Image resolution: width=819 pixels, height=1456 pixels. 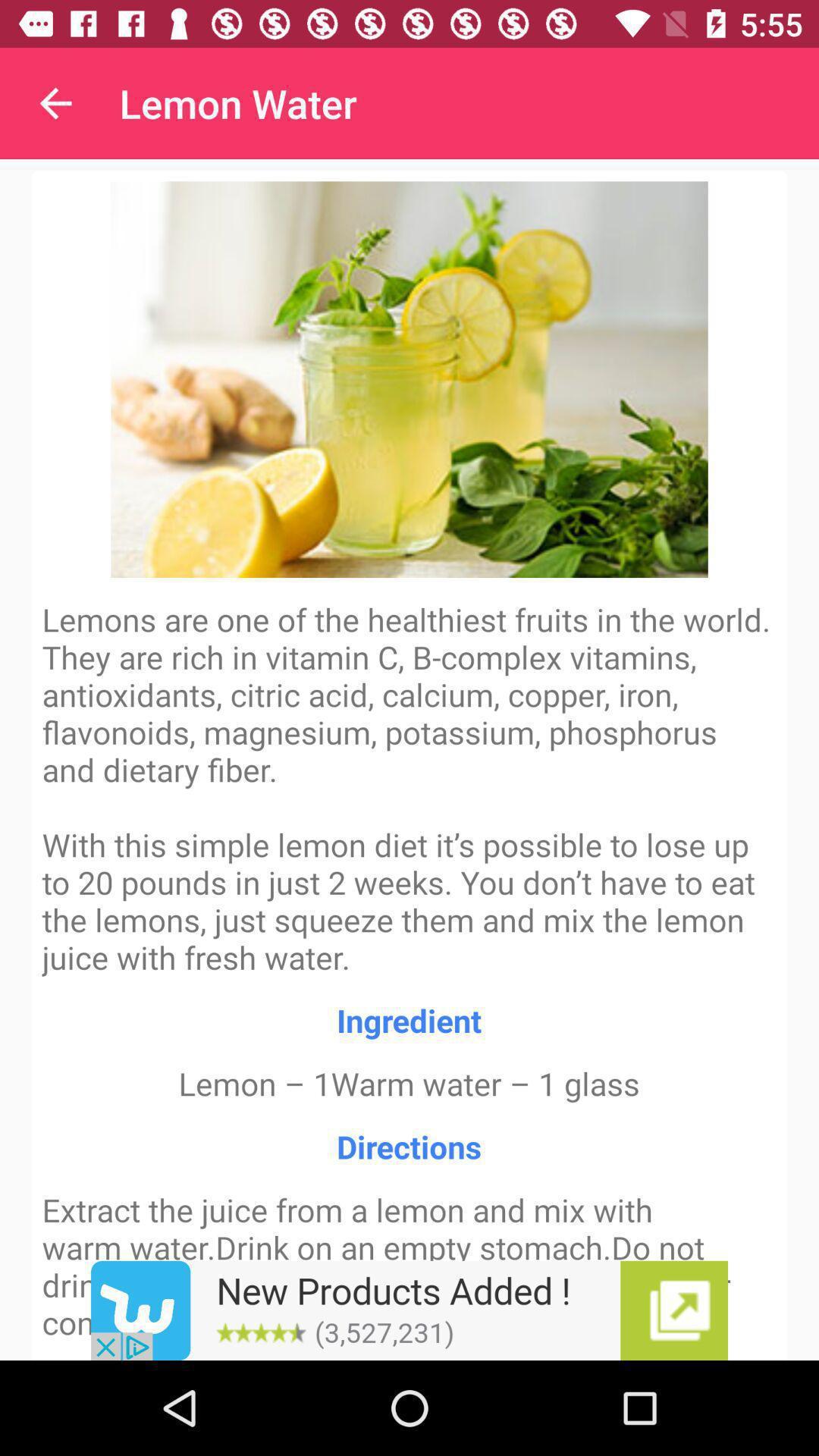 What do you see at coordinates (409, 1310) in the screenshot?
I see `download wish` at bounding box center [409, 1310].